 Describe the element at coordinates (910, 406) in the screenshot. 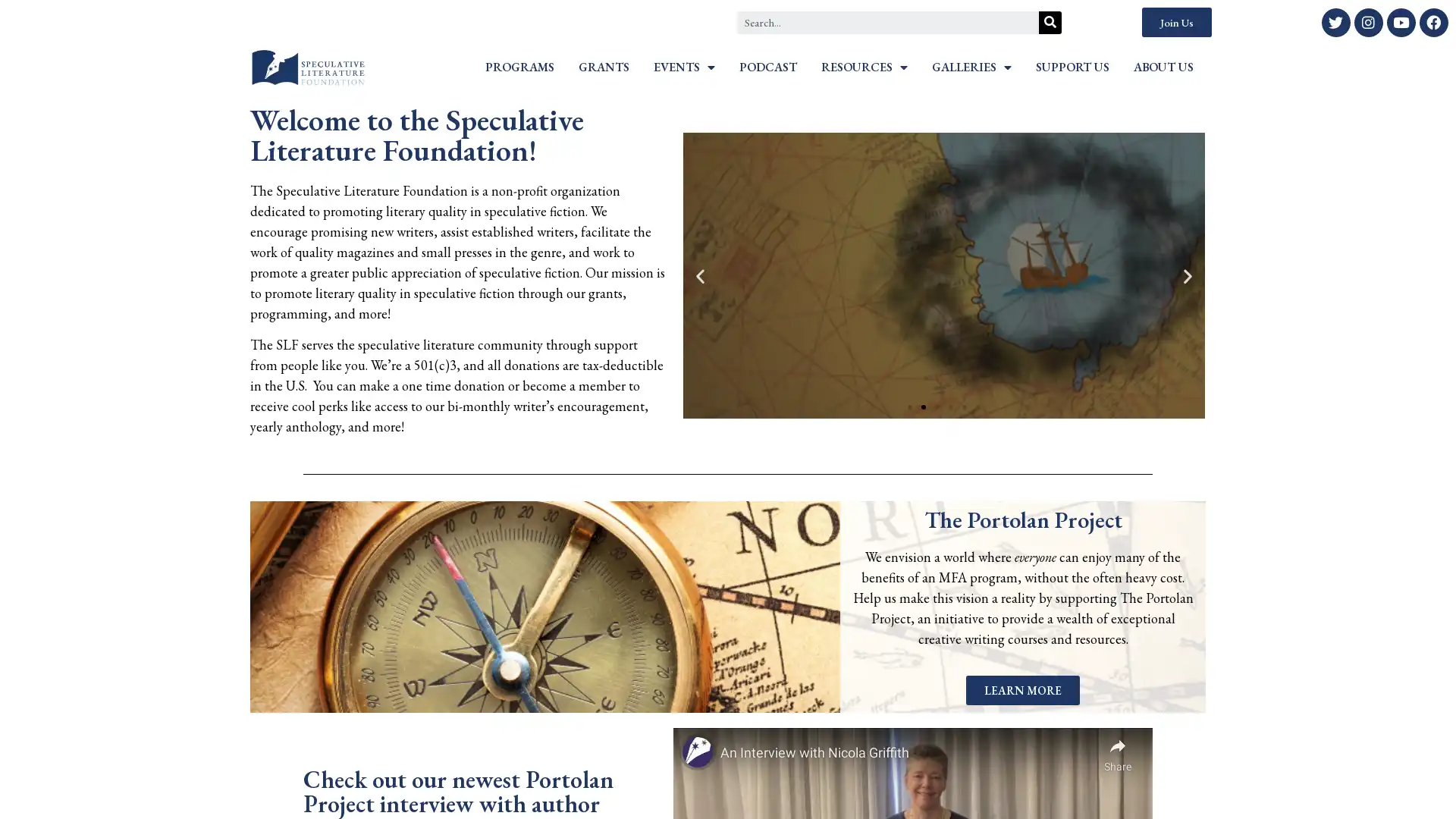

I see `Go to slide 1` at that location.